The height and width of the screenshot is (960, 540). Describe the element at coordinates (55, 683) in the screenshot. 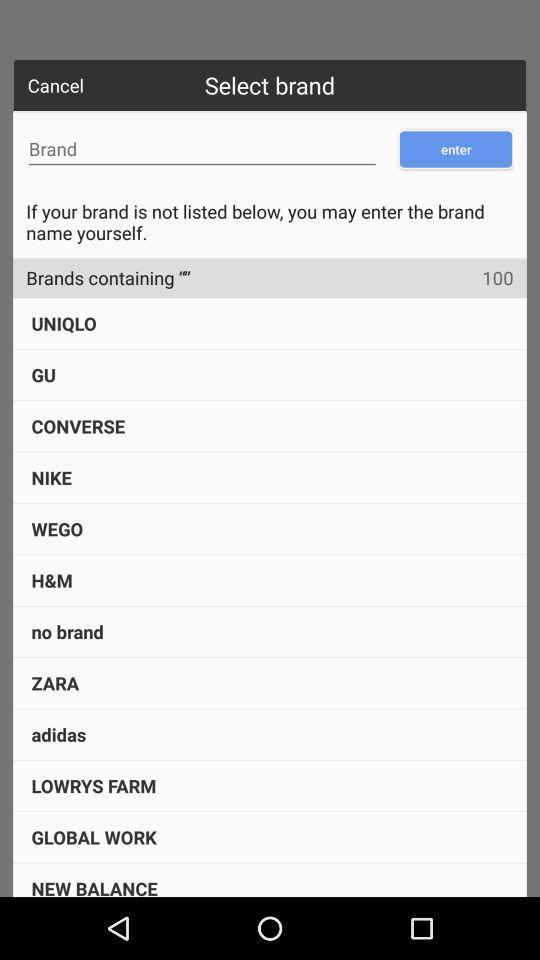

I see `zara item` at that location.